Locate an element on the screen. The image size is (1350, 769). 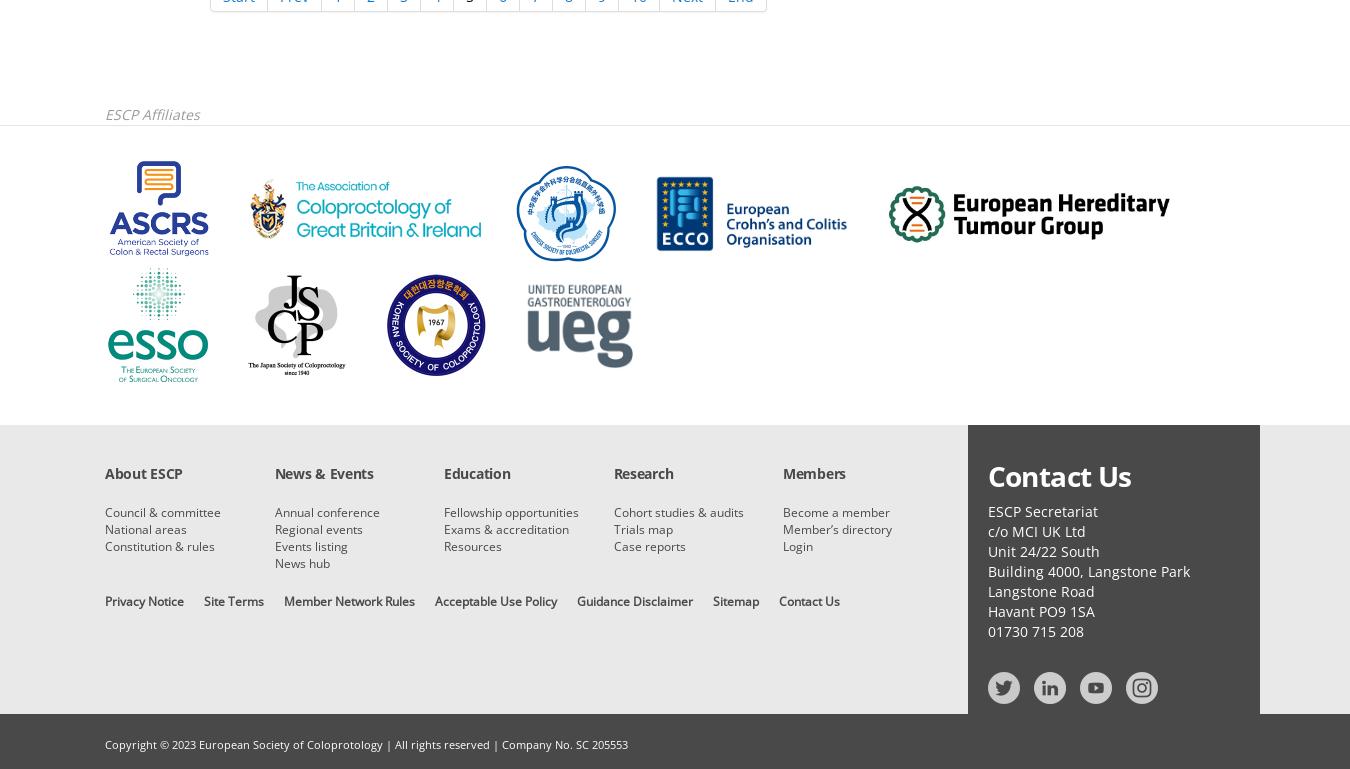
'Site Terms' is located at coordinates (232, 600).